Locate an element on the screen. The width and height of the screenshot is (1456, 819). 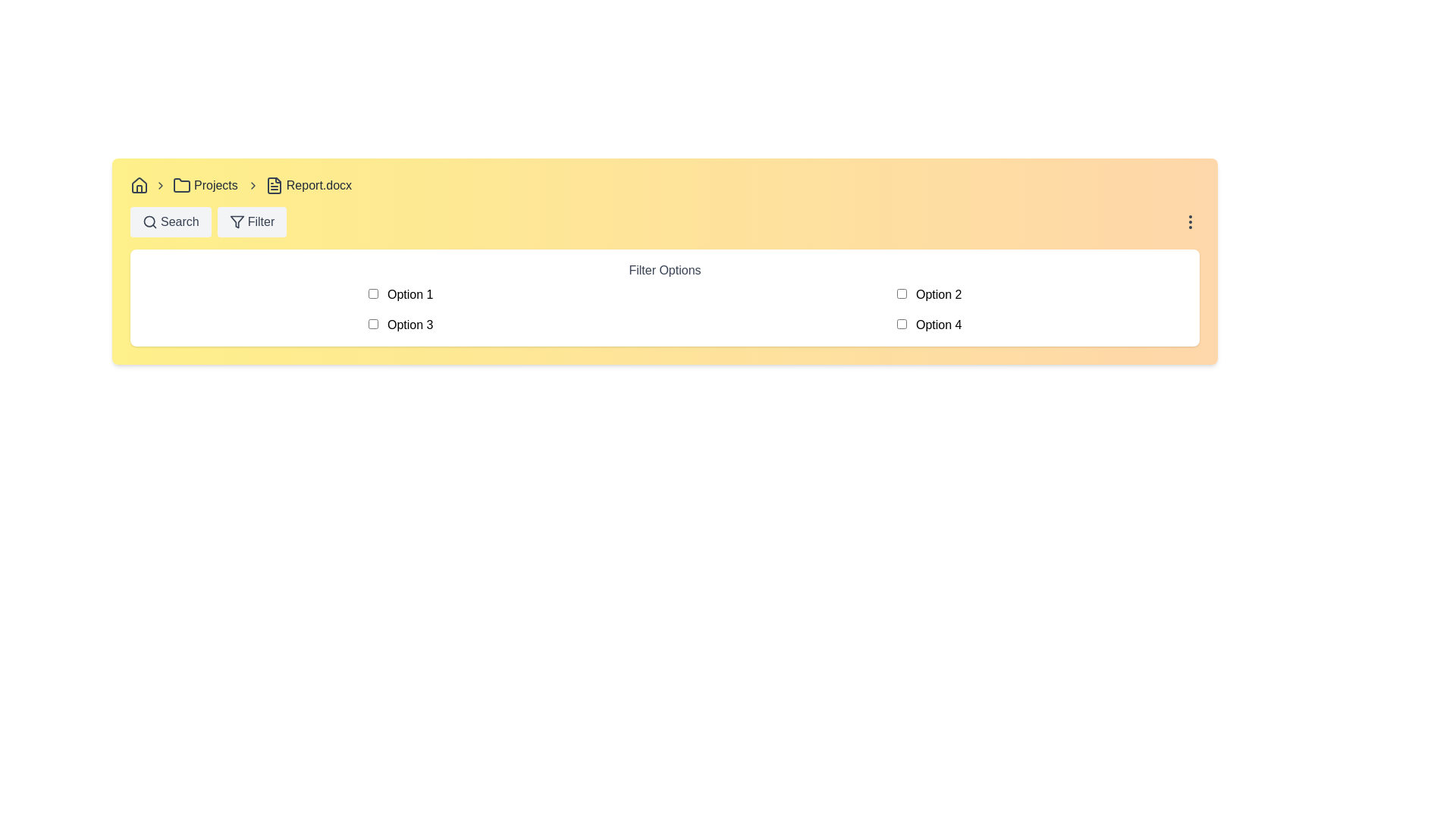
the checkbox labeled 'Option 4' is located at coordinates (928, 324).